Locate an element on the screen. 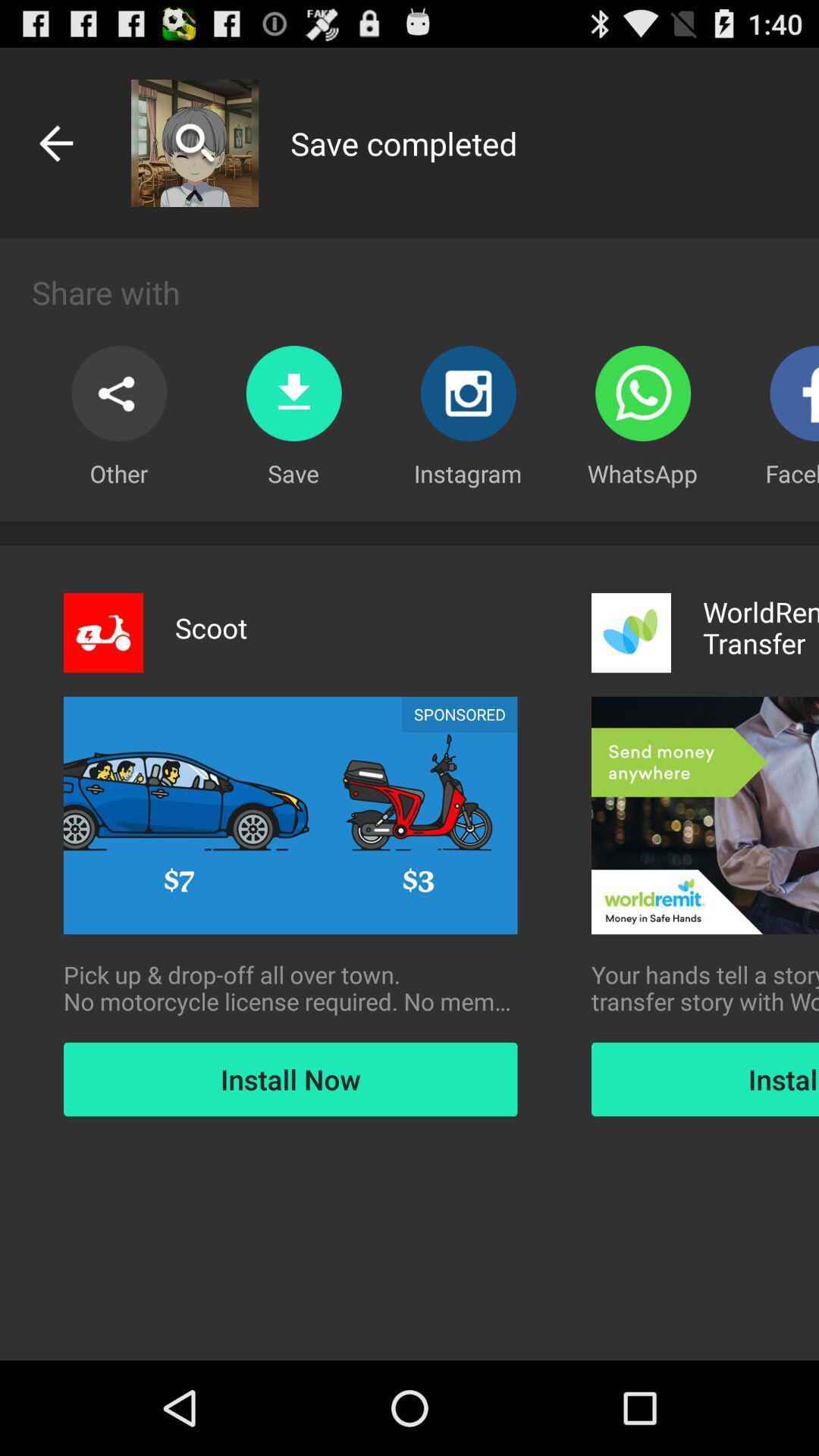 The height and width of the screenshot is (1456, 819). the icon to the left of your hands tell icon is located at coordinates (290, 988).